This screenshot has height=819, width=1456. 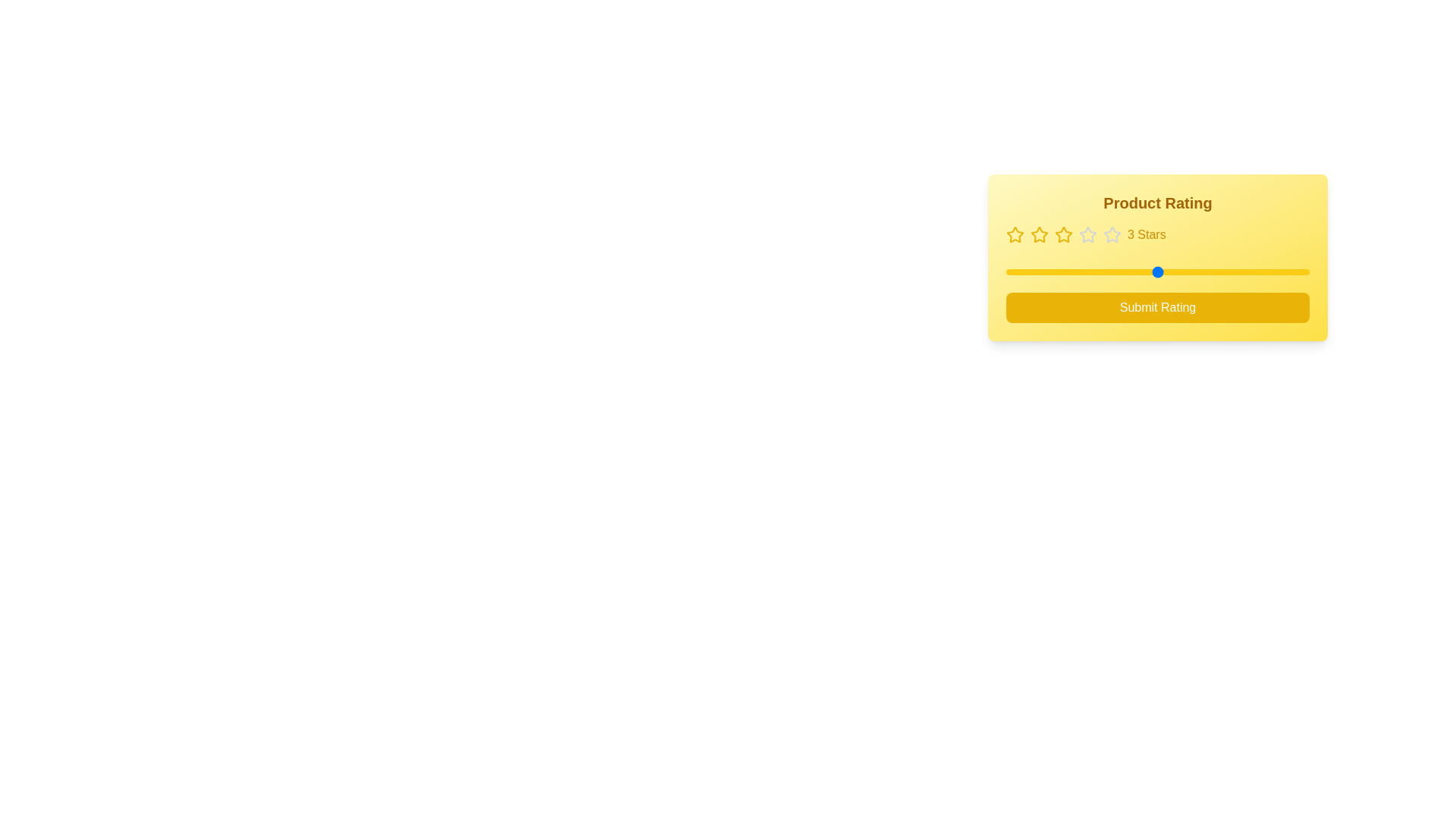 I want to click on the first star icon, so click(x=1015, y=234).